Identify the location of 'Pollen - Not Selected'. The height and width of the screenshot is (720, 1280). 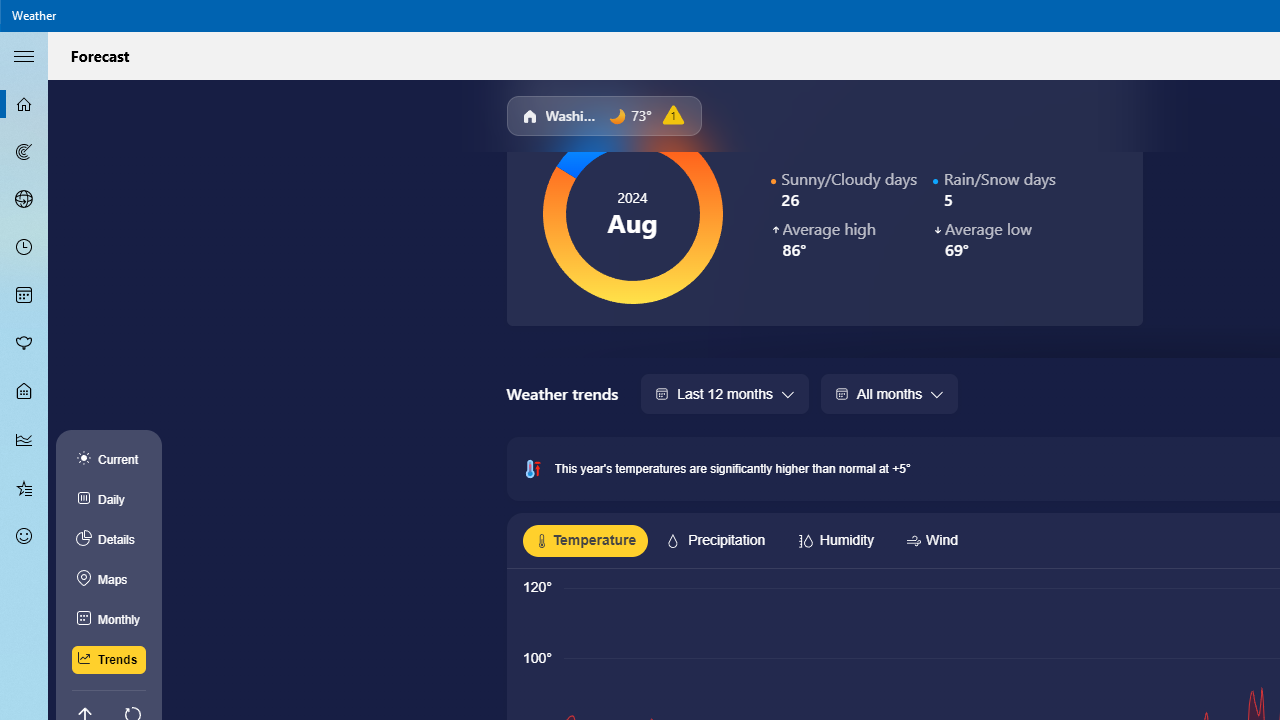
(24, 342).